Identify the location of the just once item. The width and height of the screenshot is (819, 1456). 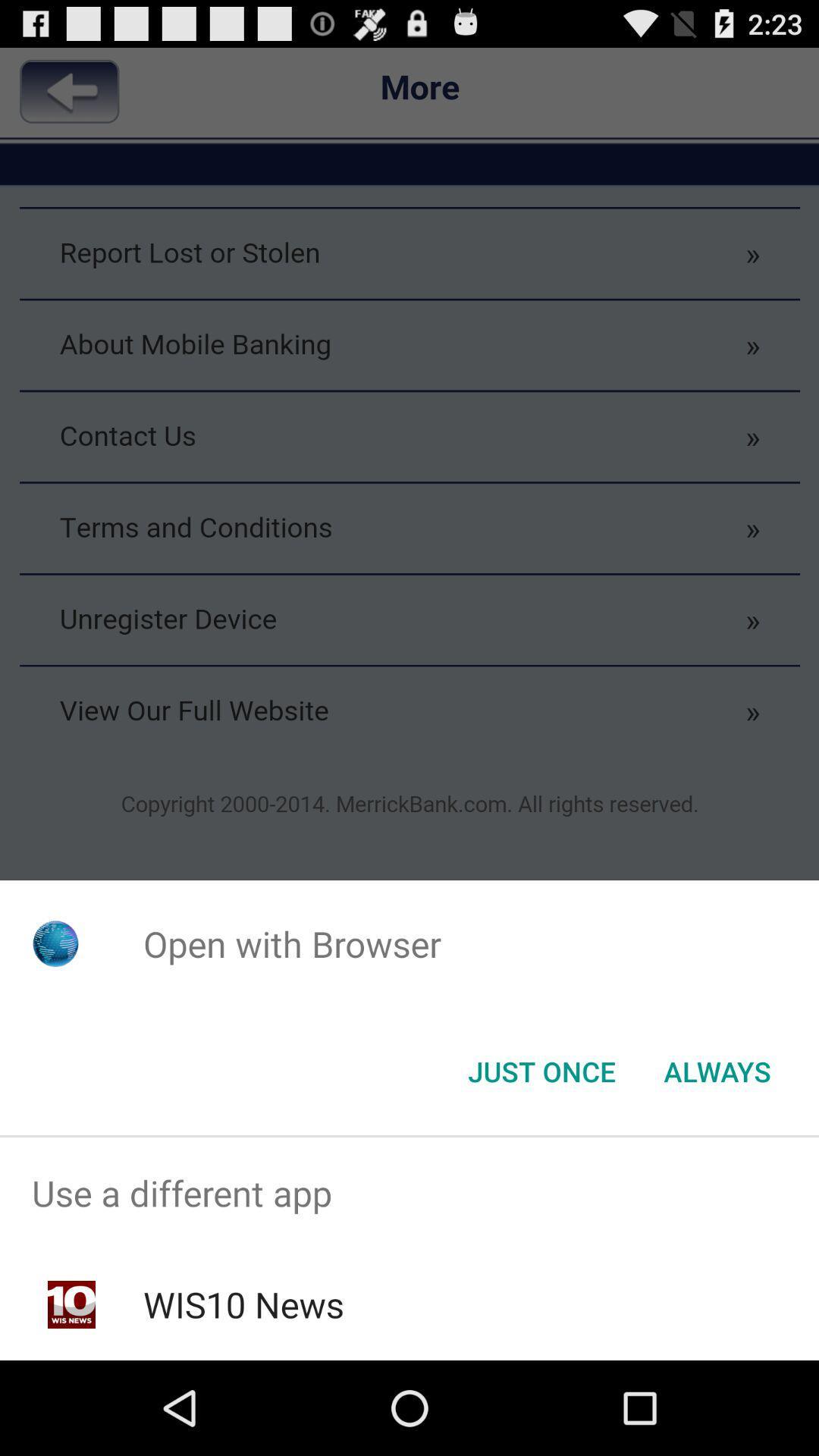
(541, 1070).